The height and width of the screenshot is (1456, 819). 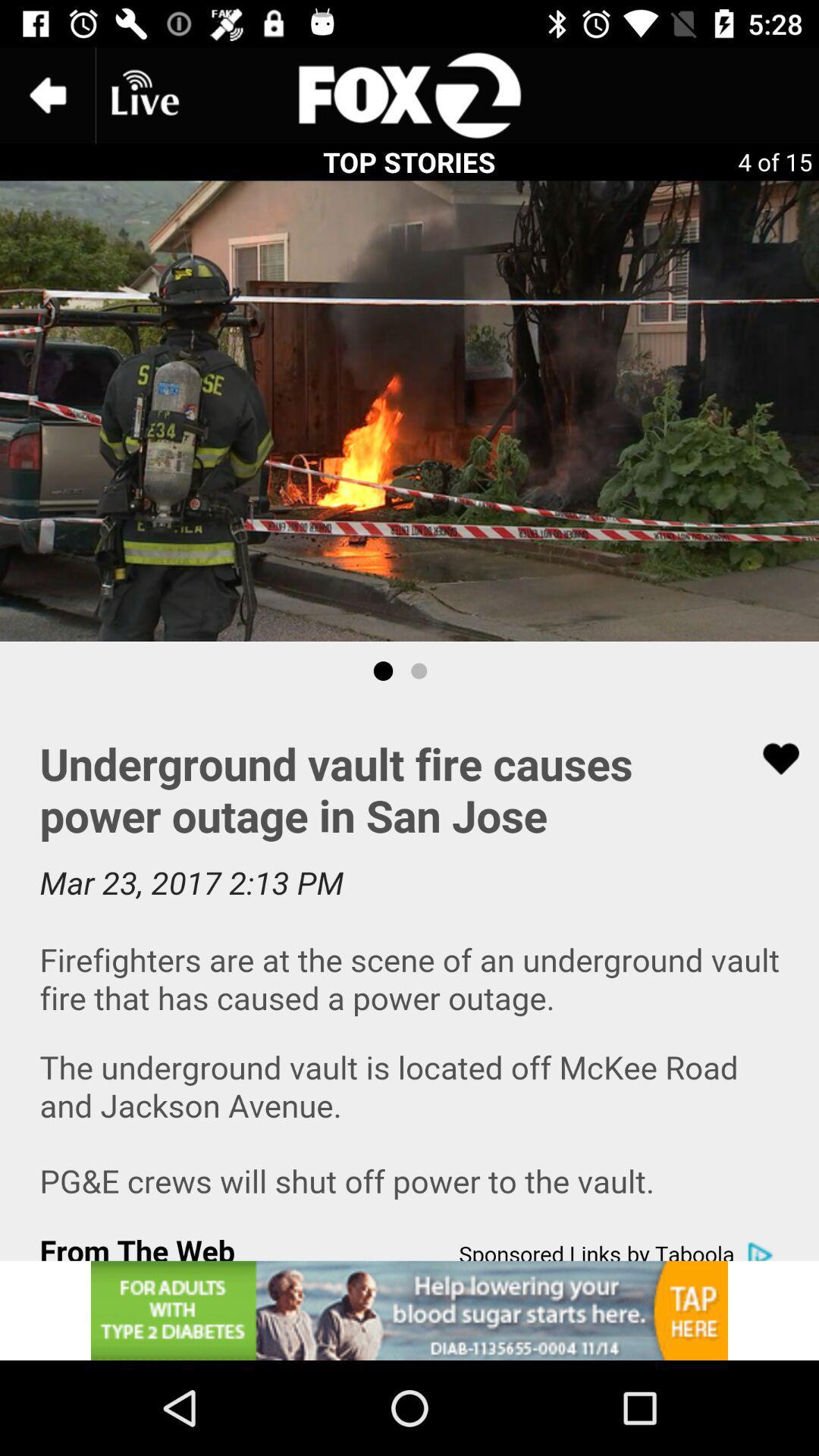 What do you see at coordinates (409, 94) in the screenshot?
I see `homepage` at bounding box center [409, 94].